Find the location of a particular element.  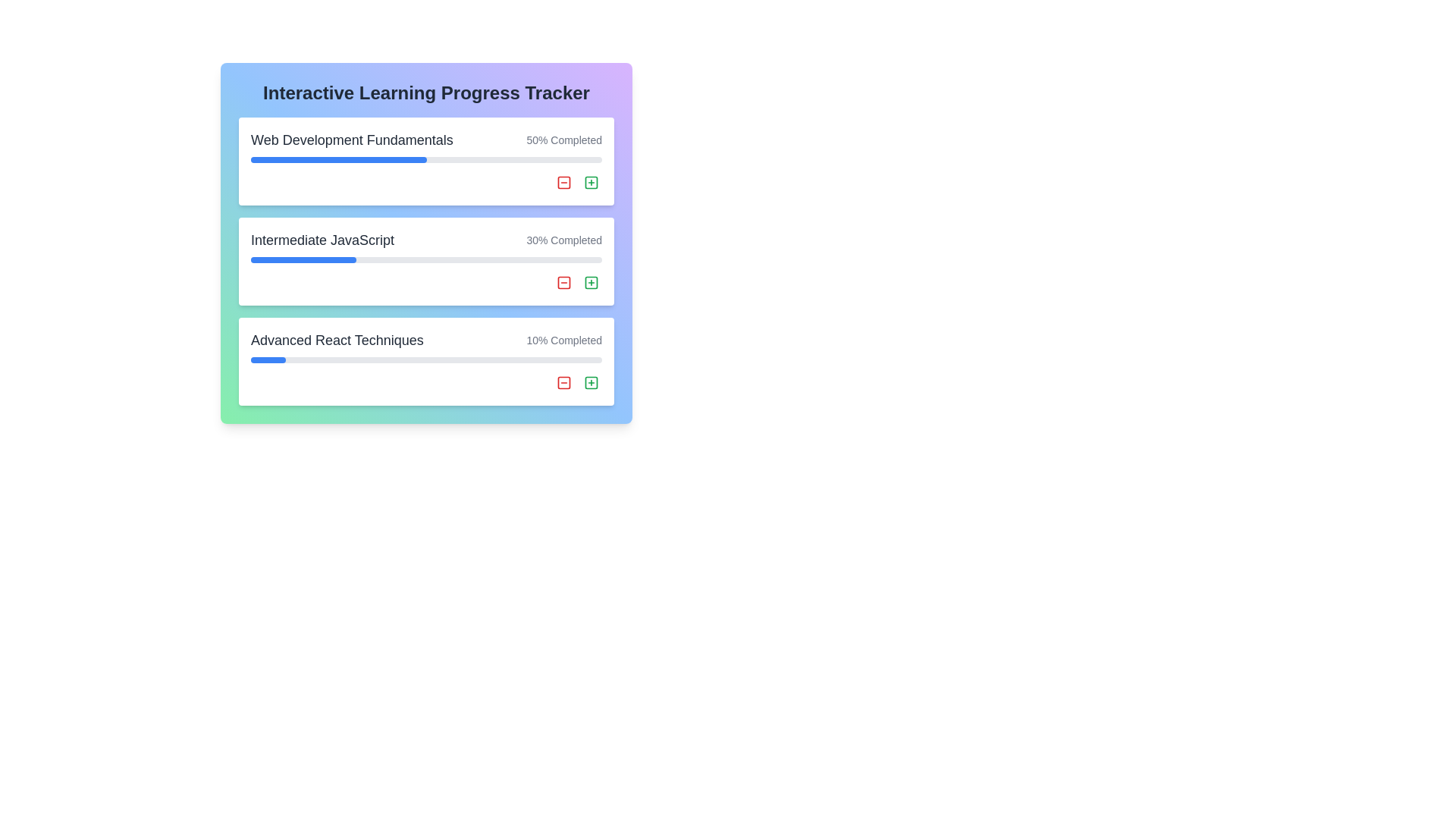

the 'add new item' button represented by a 'plus' shape icon located to the right of the 'Advanced React Techniques' card in the educational progress tracker UI is located at coordinates (590, 283).